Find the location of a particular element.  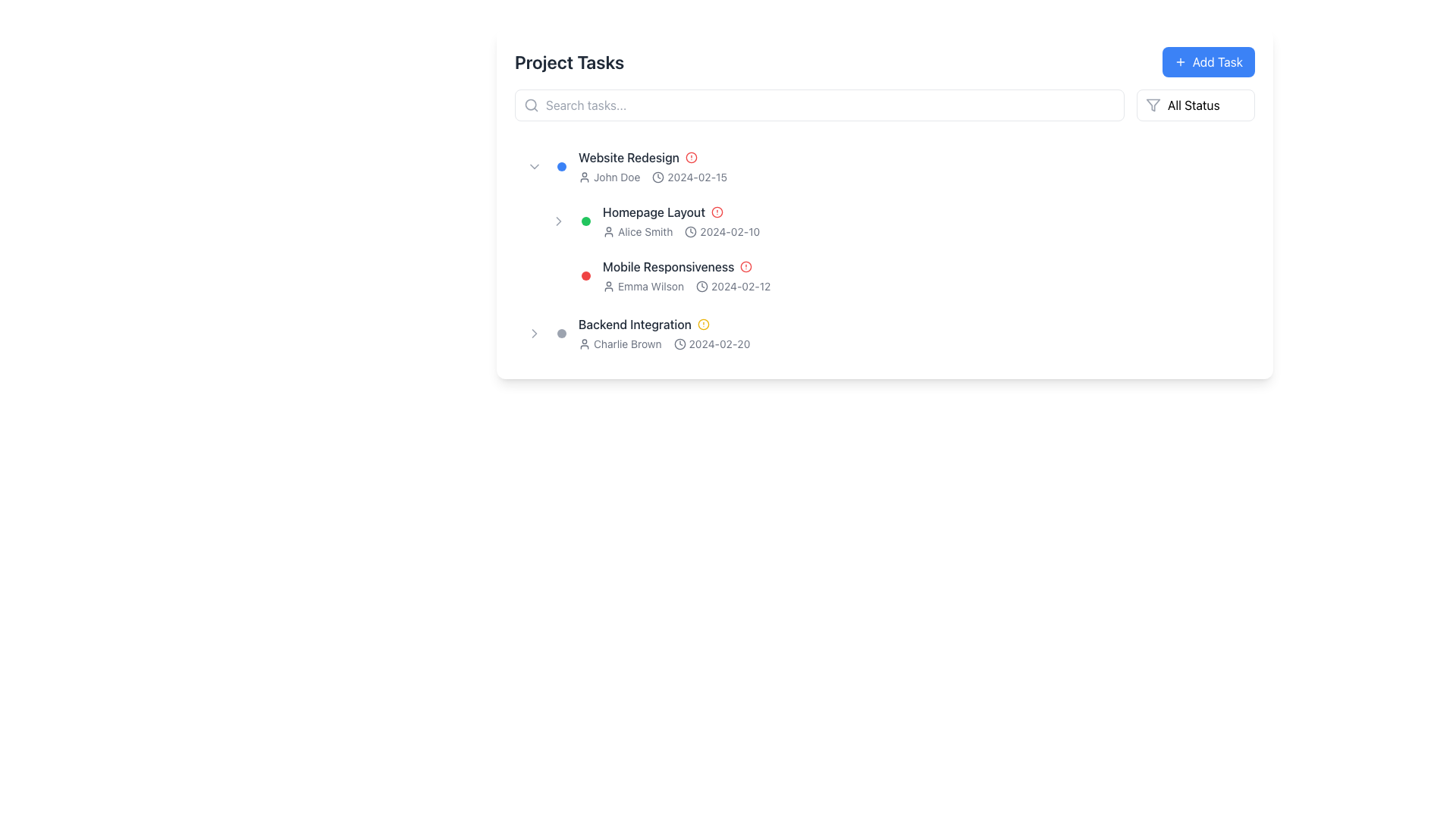

the List item labeled 'Mobile Responsiveness' which has a red round badge and is positioned between 'Homepage Layout' and 'Backend Integration' is located at coordinates (896, 275).